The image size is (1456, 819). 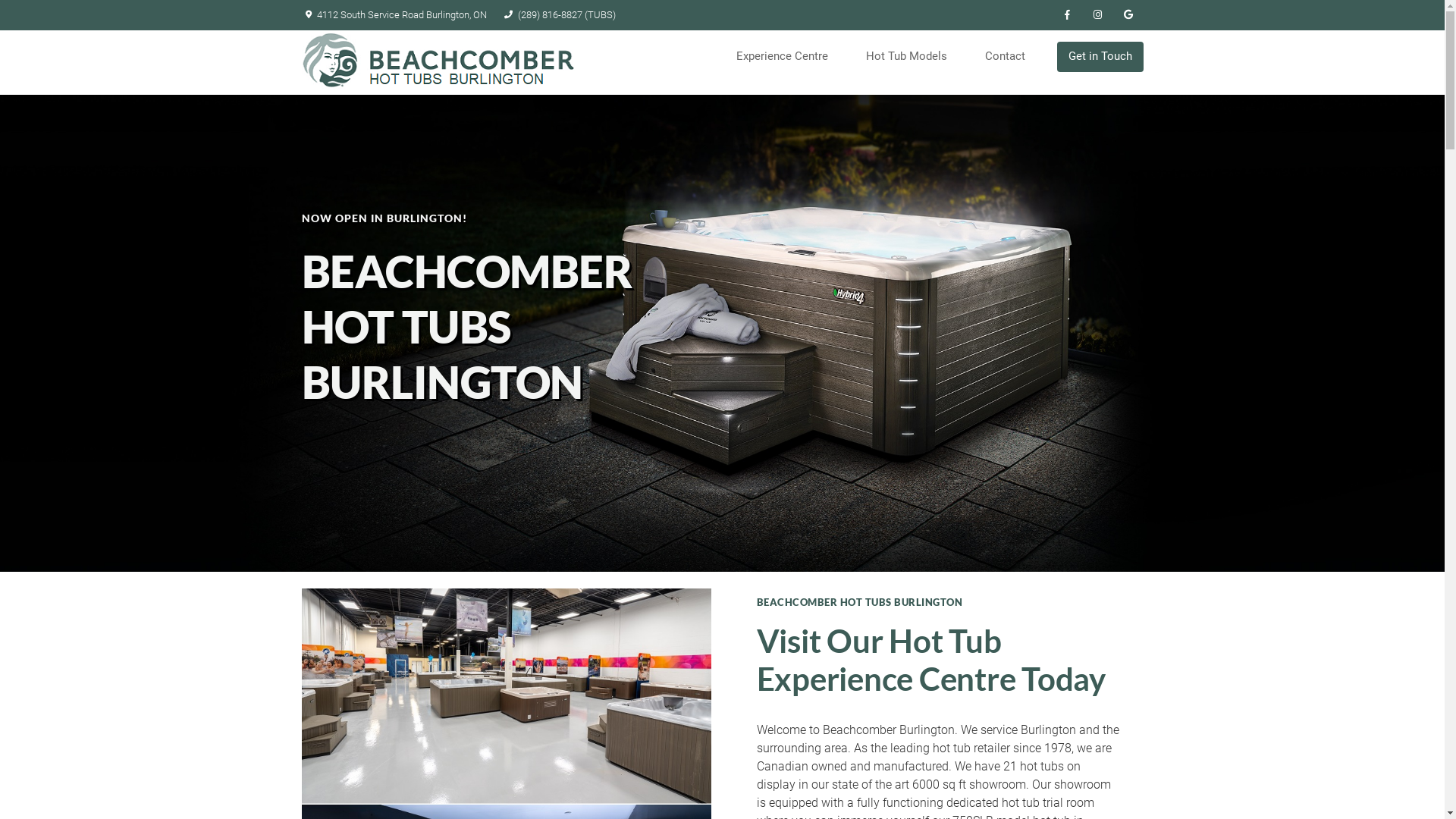 What do you see at coordinates (1009, 55) in the screenshot?
I see `'Contact'` at bounding box center [1009, 55].